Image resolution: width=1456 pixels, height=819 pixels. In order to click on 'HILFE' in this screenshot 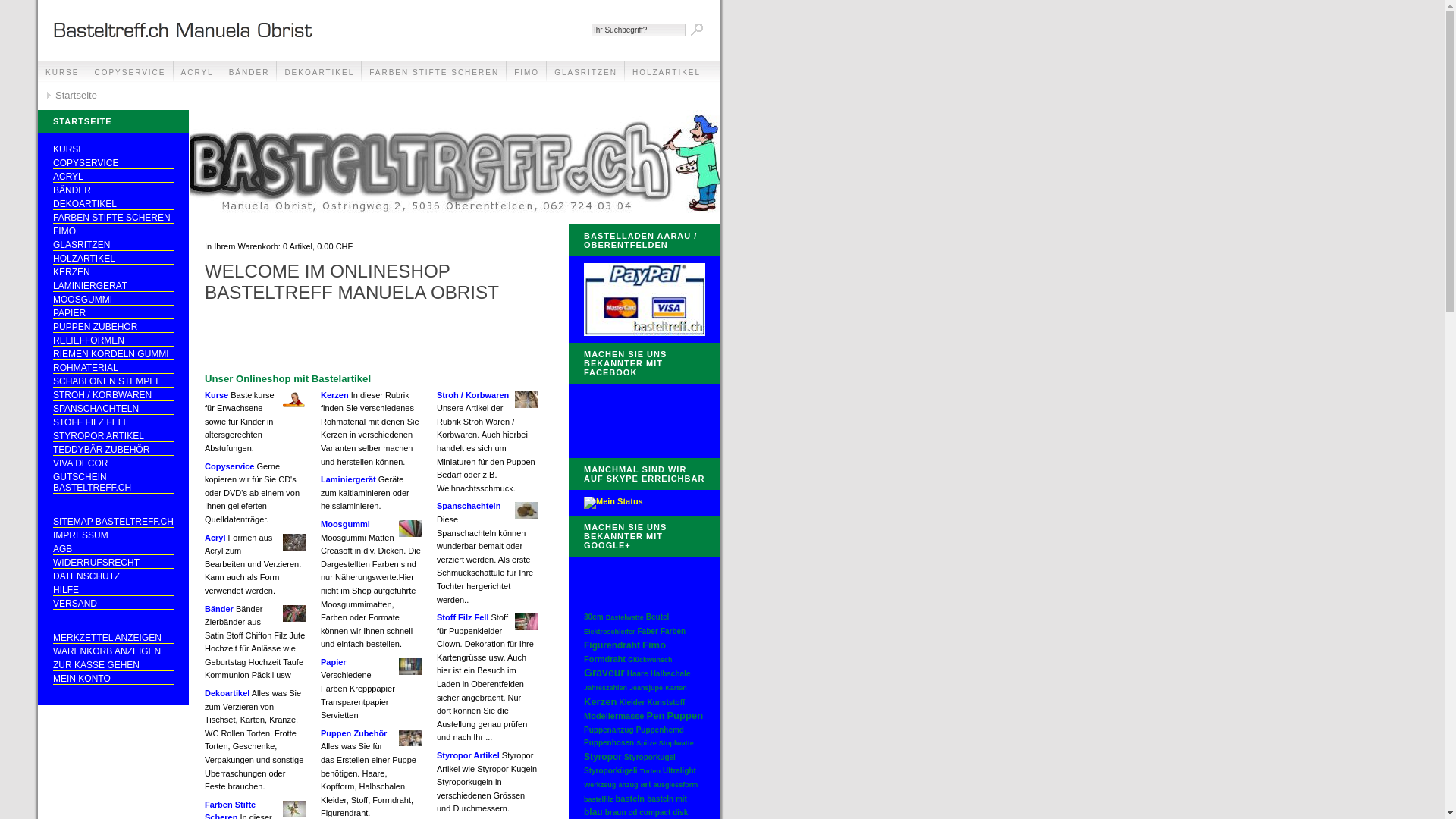, I will do `click(112, 589)`.